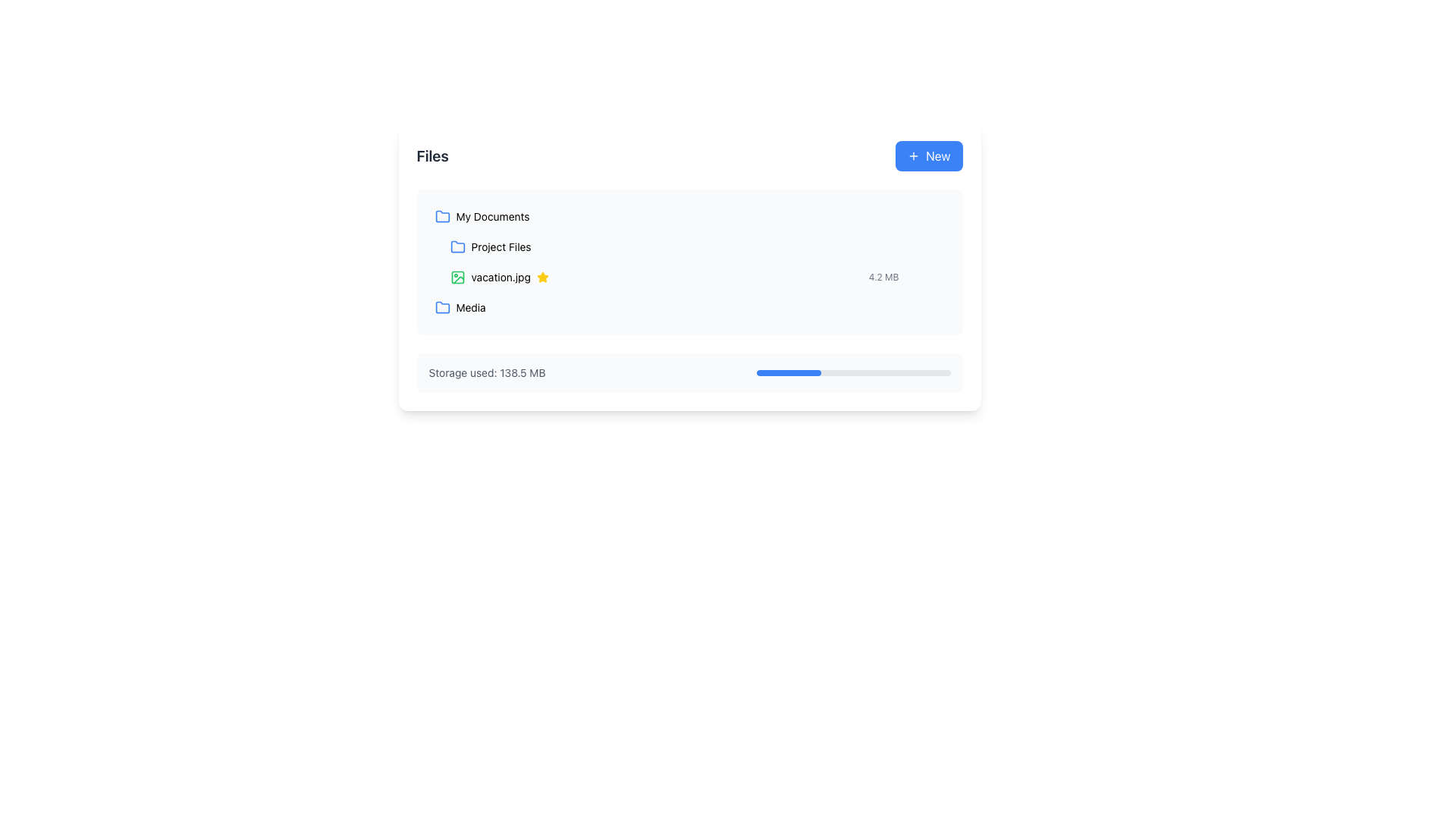  I want to click on the file list item displaying the file name 'vacation.jpg', so click(659, 278).